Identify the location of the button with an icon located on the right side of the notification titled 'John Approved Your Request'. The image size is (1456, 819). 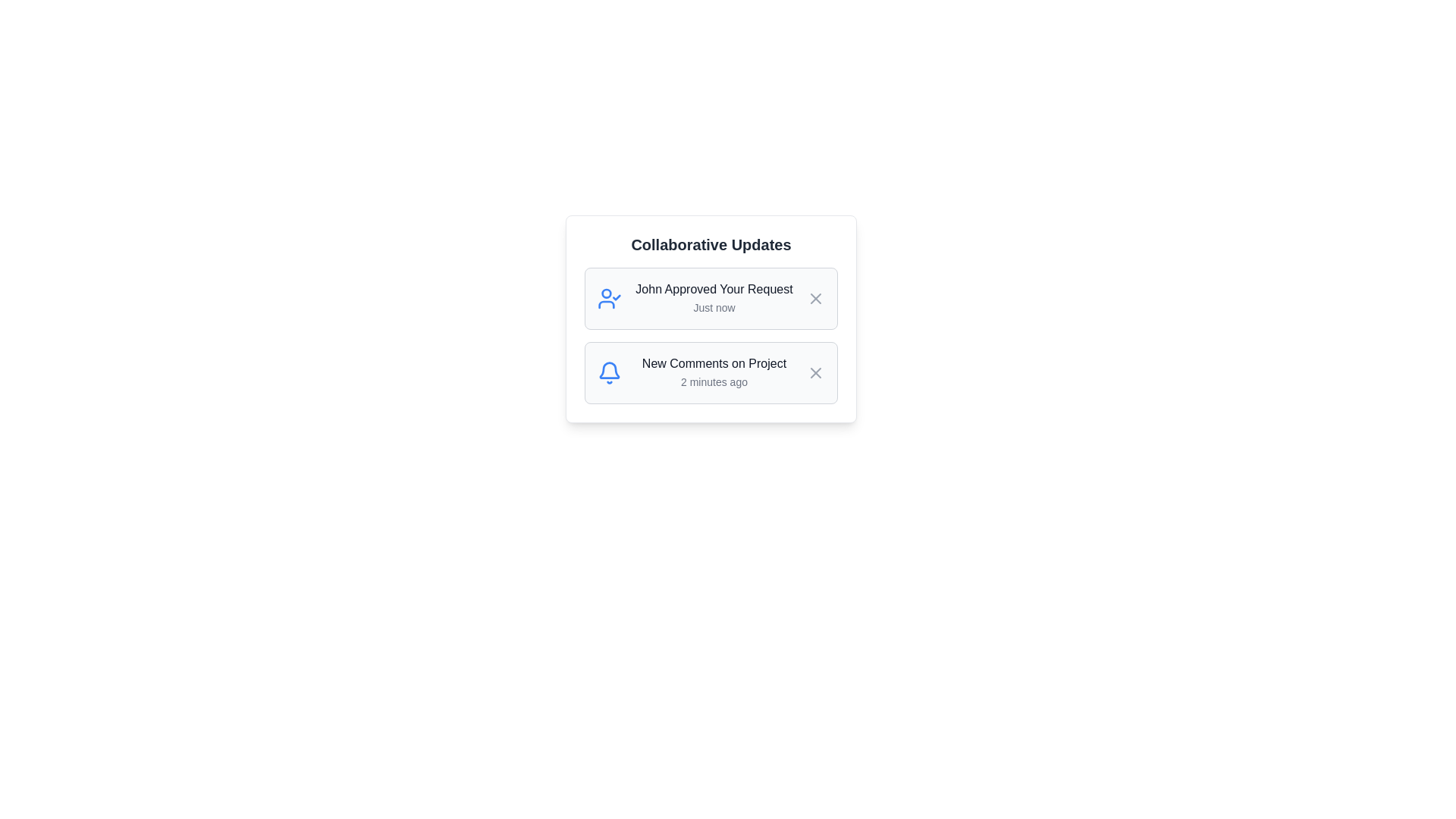
(814, 298).